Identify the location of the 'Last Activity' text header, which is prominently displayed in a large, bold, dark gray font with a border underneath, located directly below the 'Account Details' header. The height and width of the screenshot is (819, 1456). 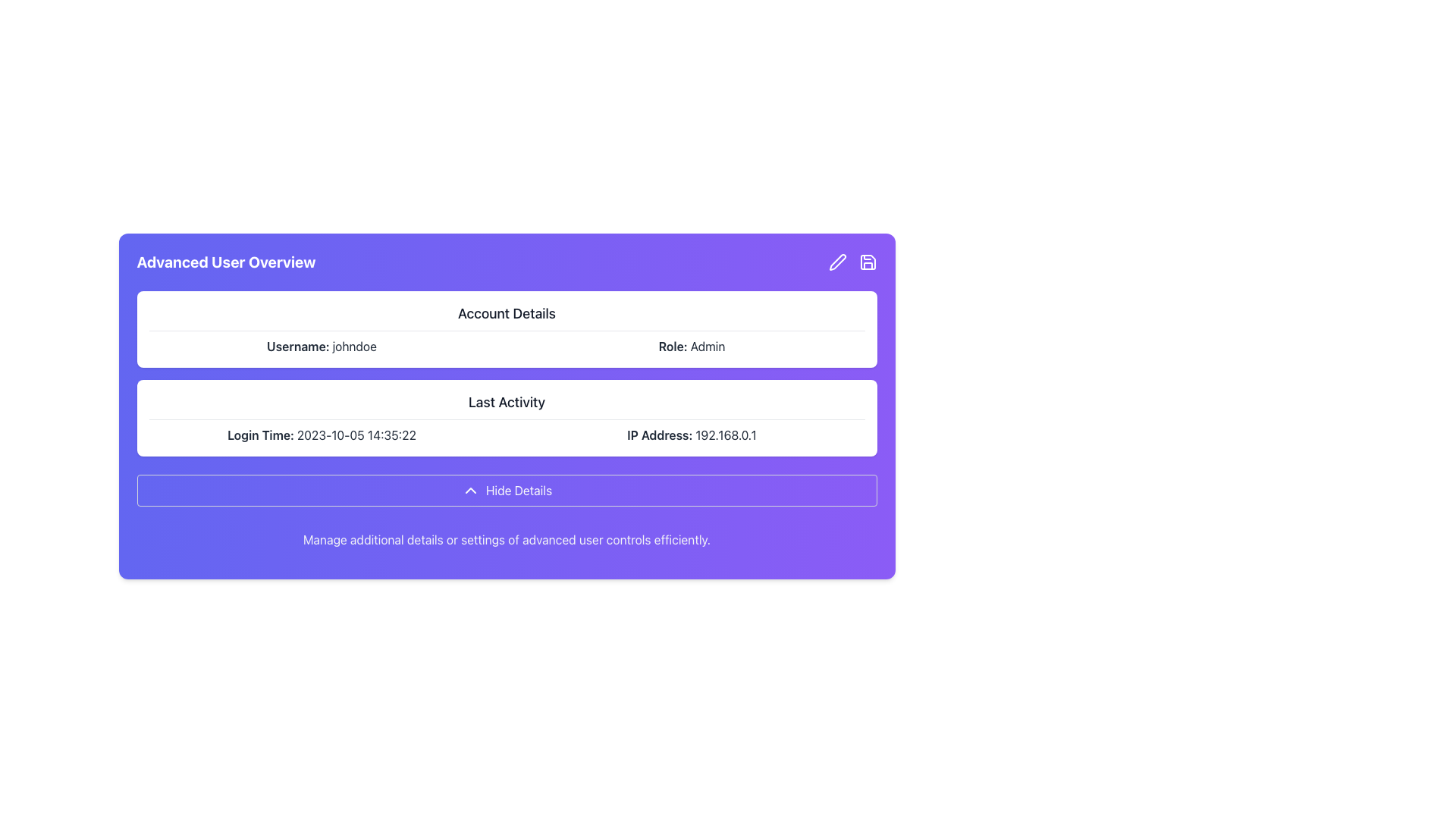
(507, 405).